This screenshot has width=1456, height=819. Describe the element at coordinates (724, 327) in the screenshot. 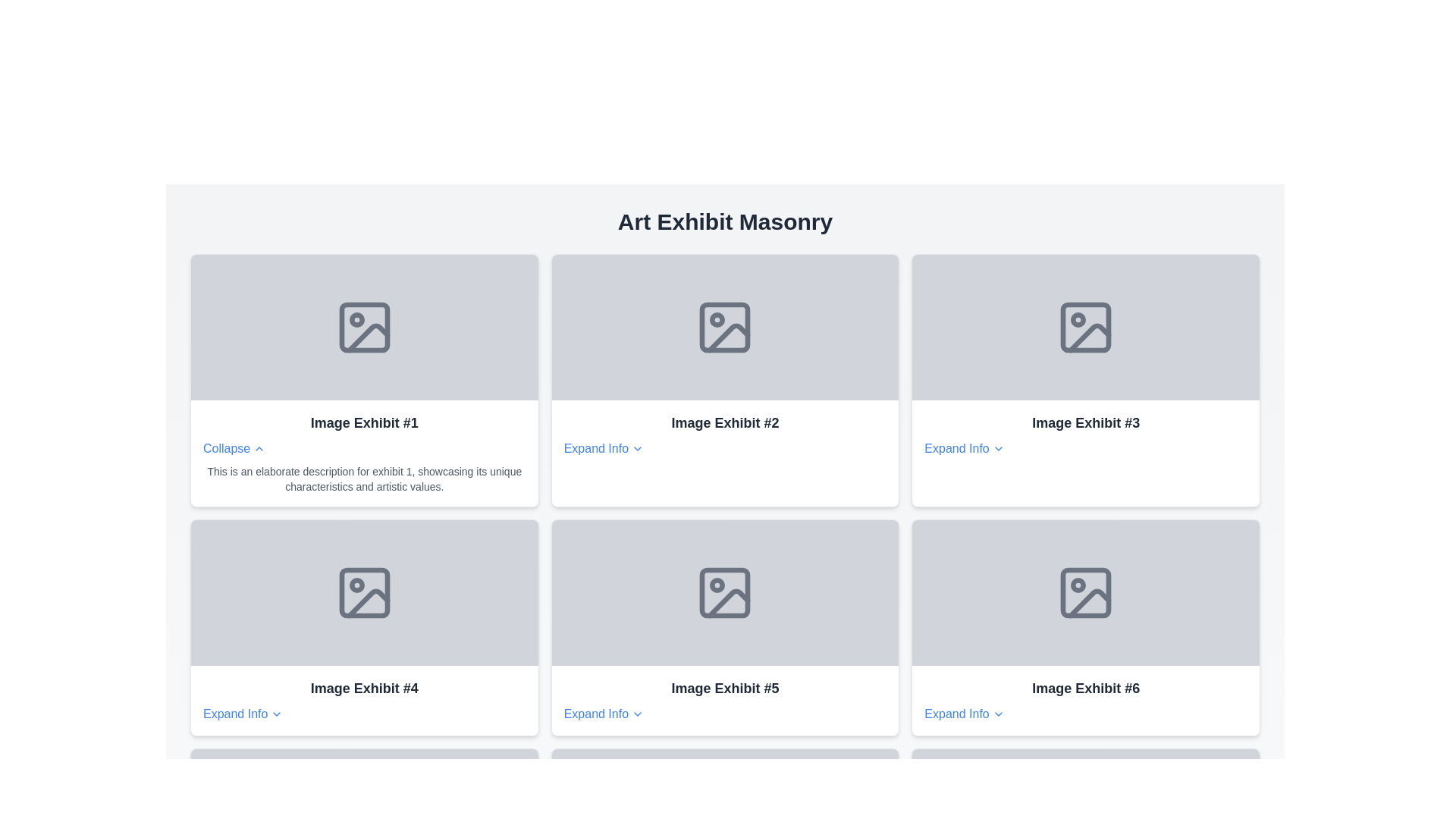

I see `assistive technology` at that location.